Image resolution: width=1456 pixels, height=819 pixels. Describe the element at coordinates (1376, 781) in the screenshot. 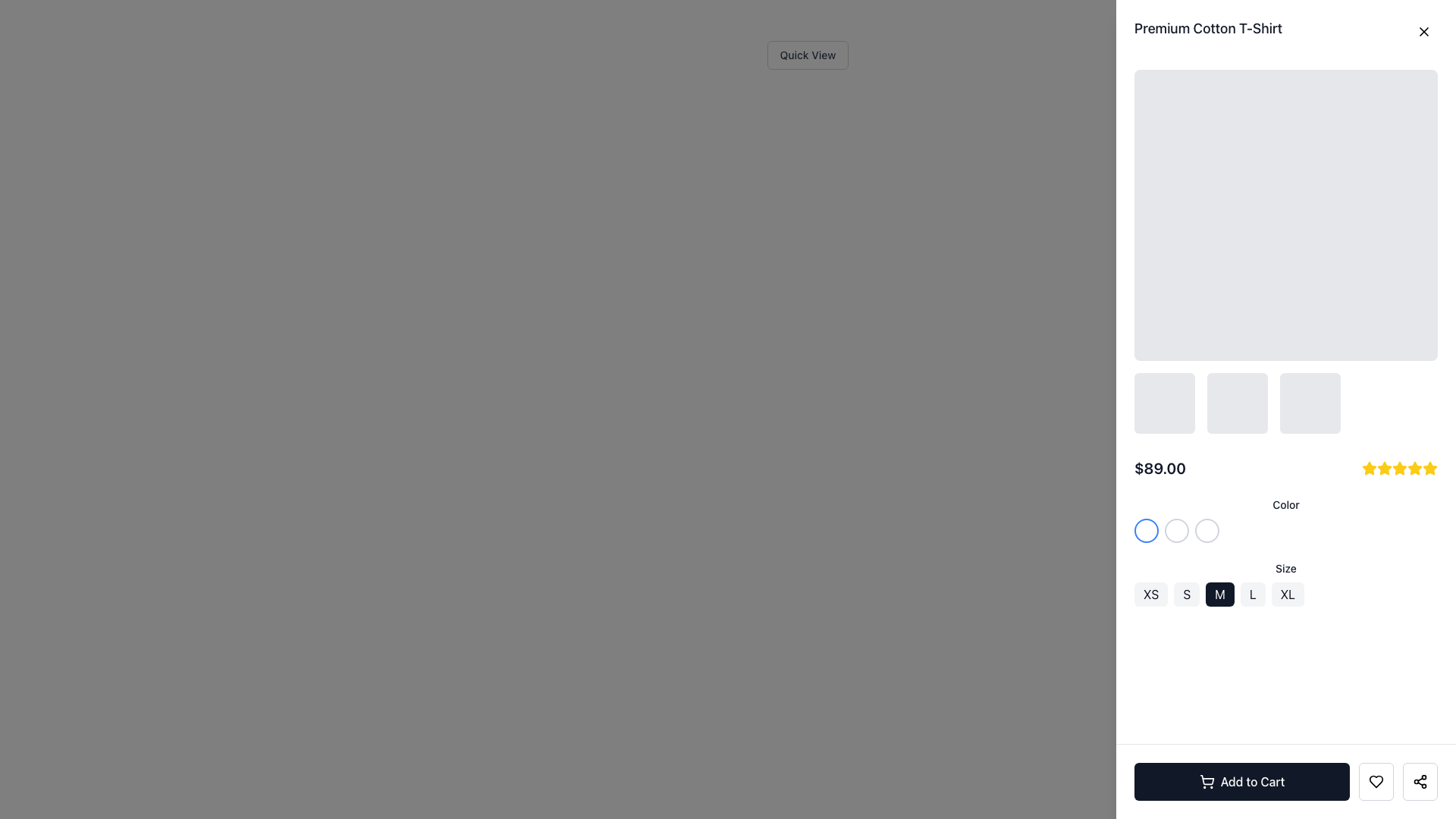

I see `the heart icon button located at the bottom-right area of the interface to mark the item as favorite` at that location.